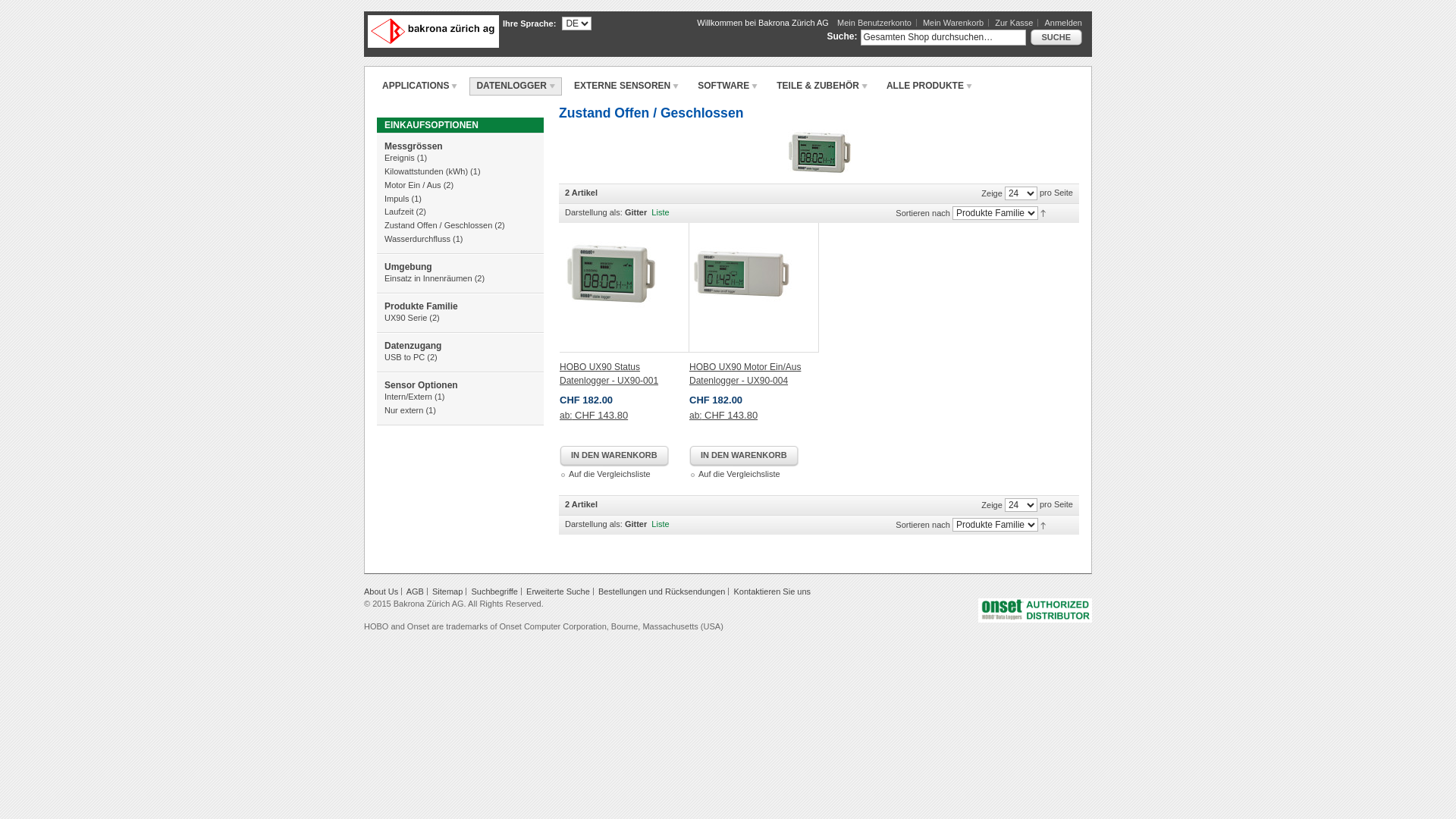 Image resolution: width=1456 pixels, height=819 pixels. Describe the element at coordinates (1042, 522) in the screenshot. I see `'In absteigender Reihenfolge'` at that location.